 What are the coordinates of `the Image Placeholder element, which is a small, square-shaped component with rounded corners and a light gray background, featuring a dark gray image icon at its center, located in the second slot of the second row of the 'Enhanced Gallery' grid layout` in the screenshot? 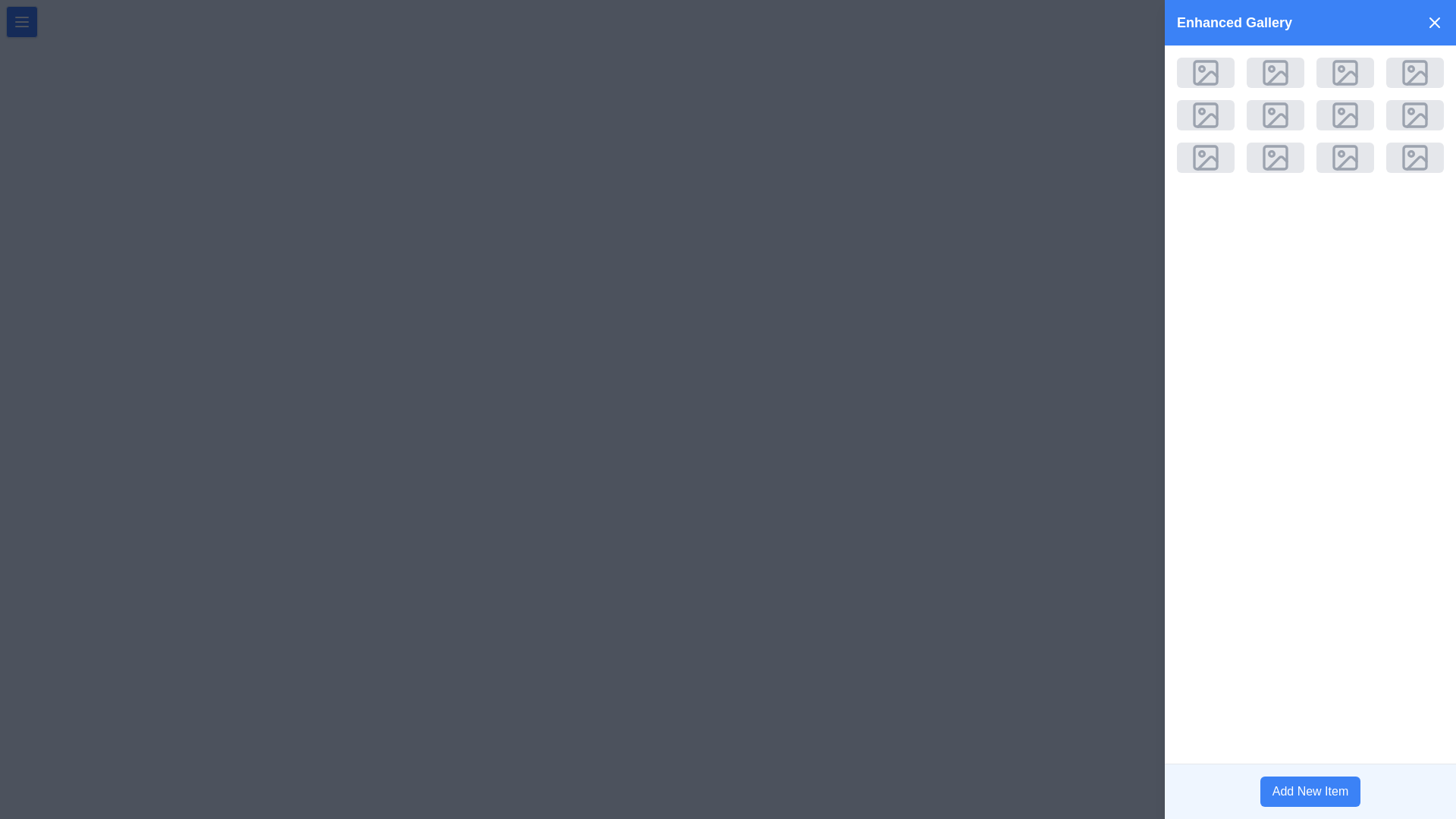 It's located at (1274, 114).